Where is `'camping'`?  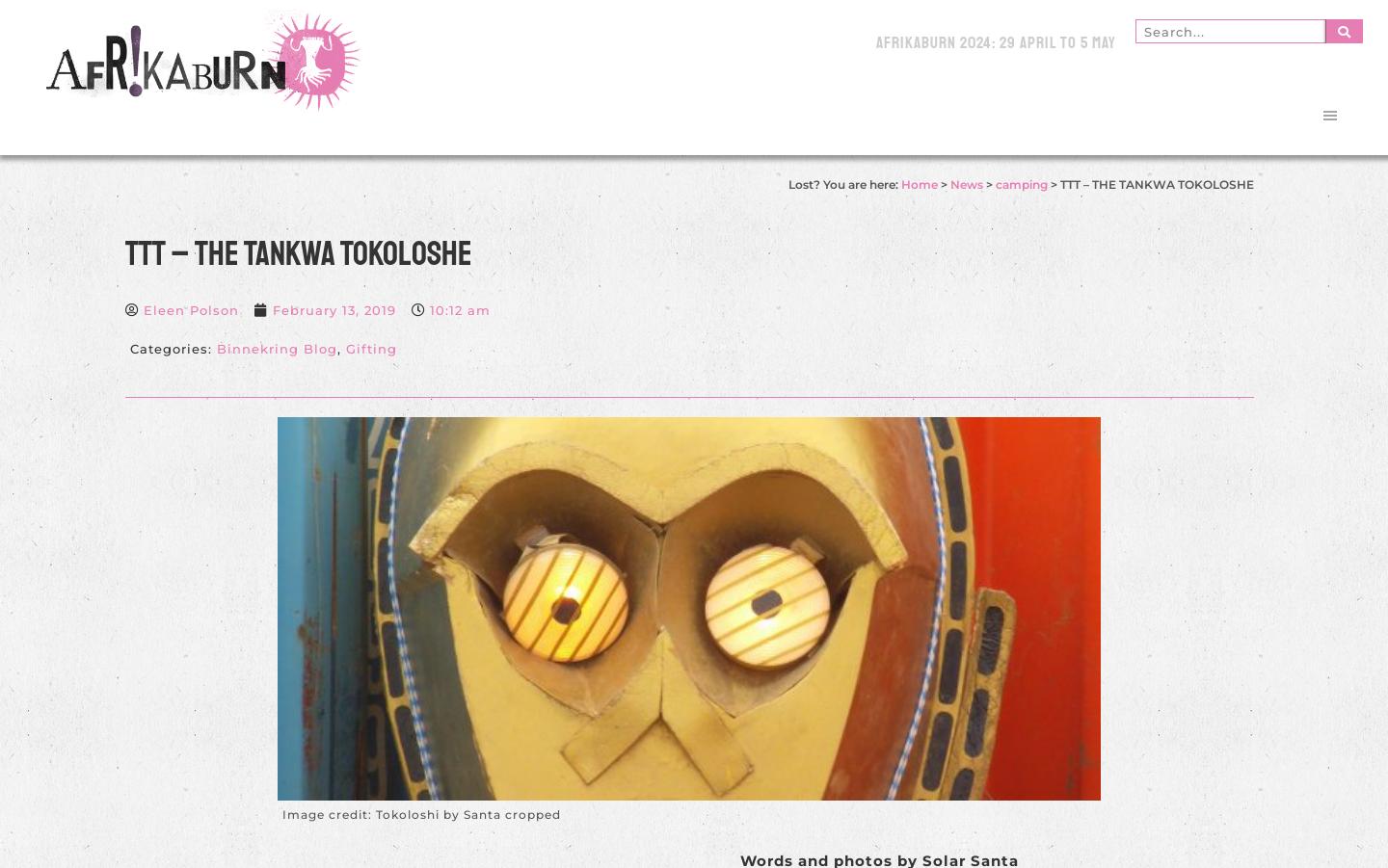 'camping' is located at coordinates (1020, 183).